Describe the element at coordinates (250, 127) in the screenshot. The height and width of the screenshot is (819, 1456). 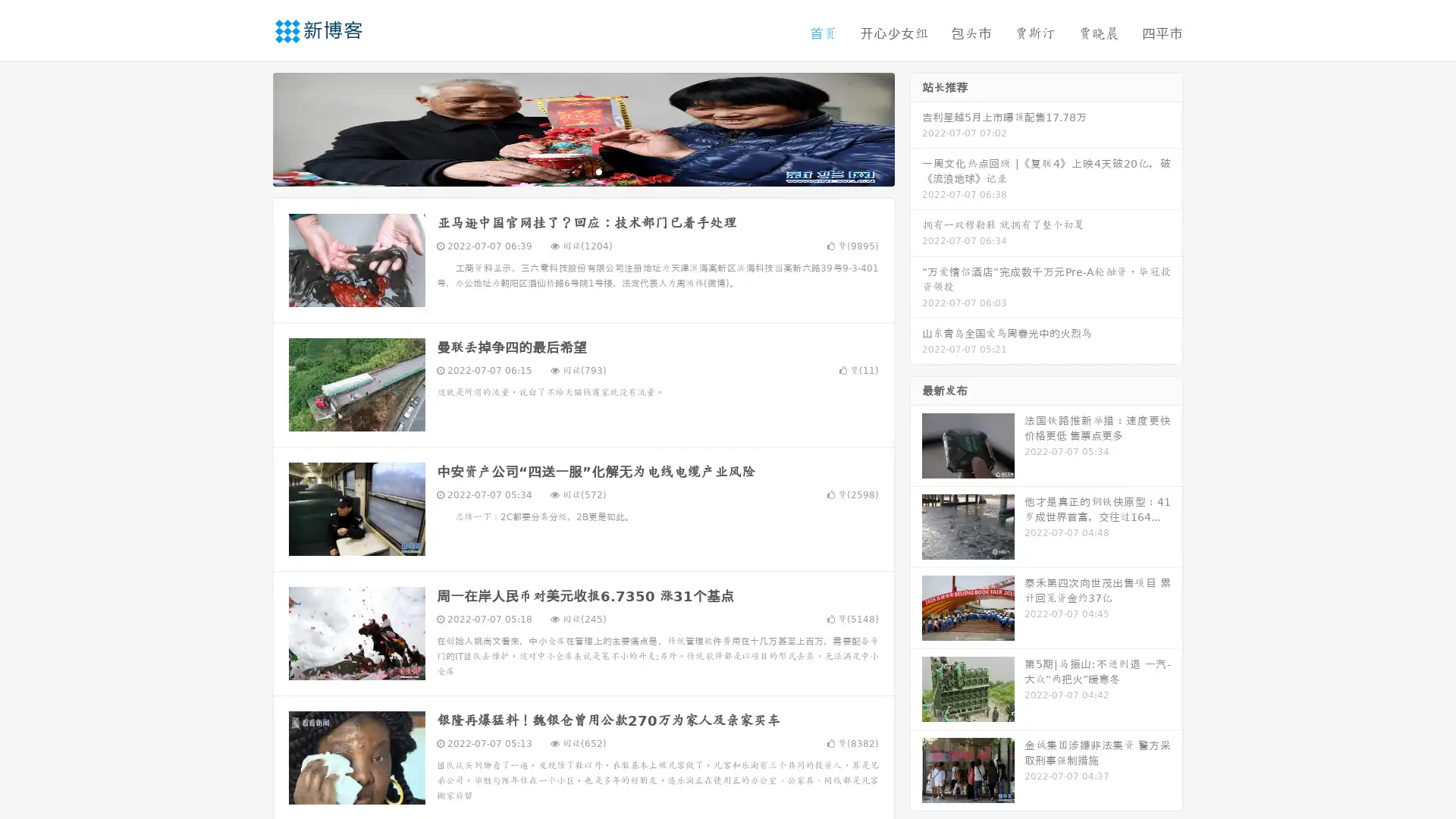
I see `Previous slide` at that location.